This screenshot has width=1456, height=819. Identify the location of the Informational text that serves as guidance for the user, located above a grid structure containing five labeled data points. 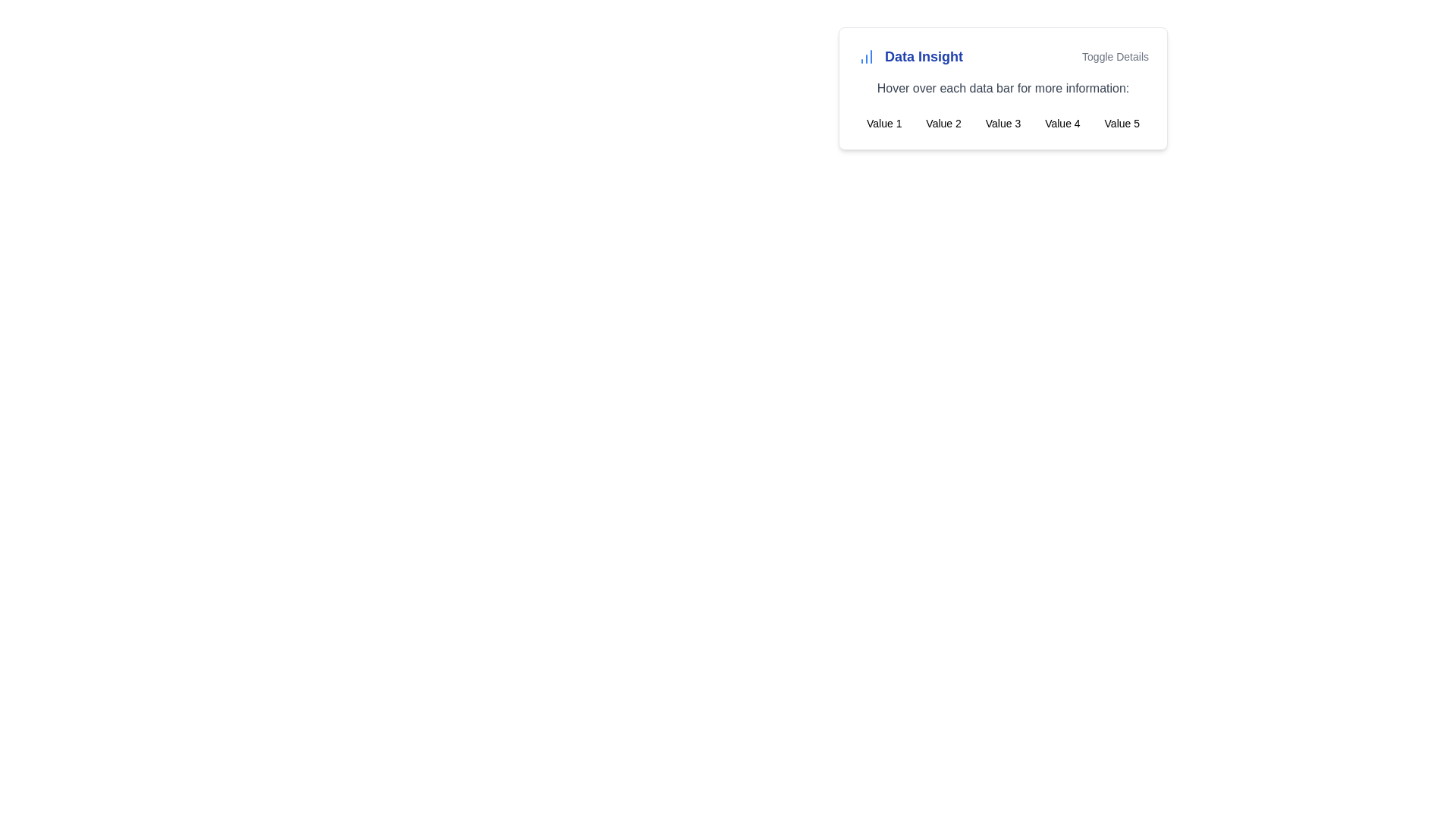
(1003, 88).